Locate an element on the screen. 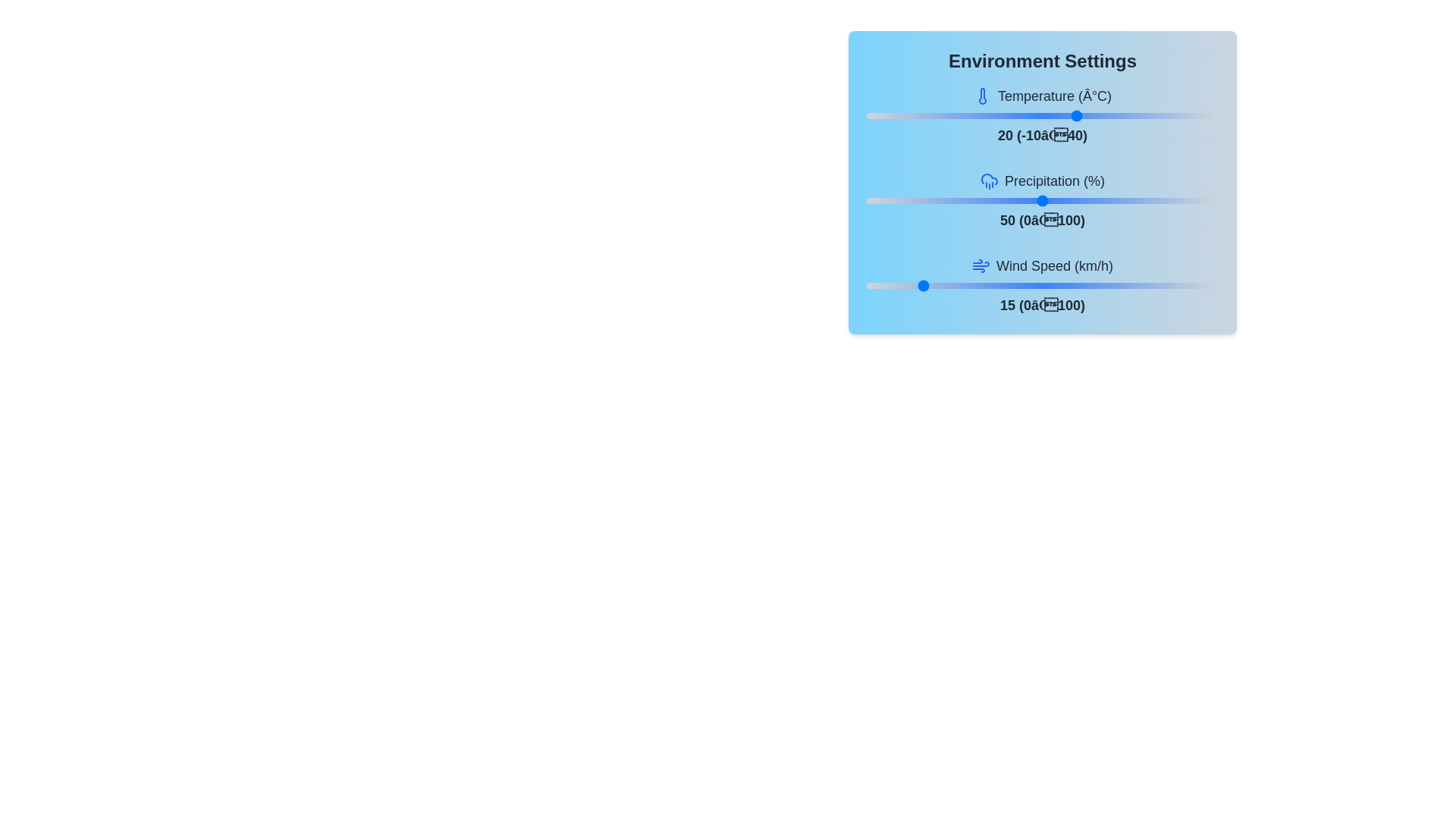  the temperature is located at coordinates (1120, 115).